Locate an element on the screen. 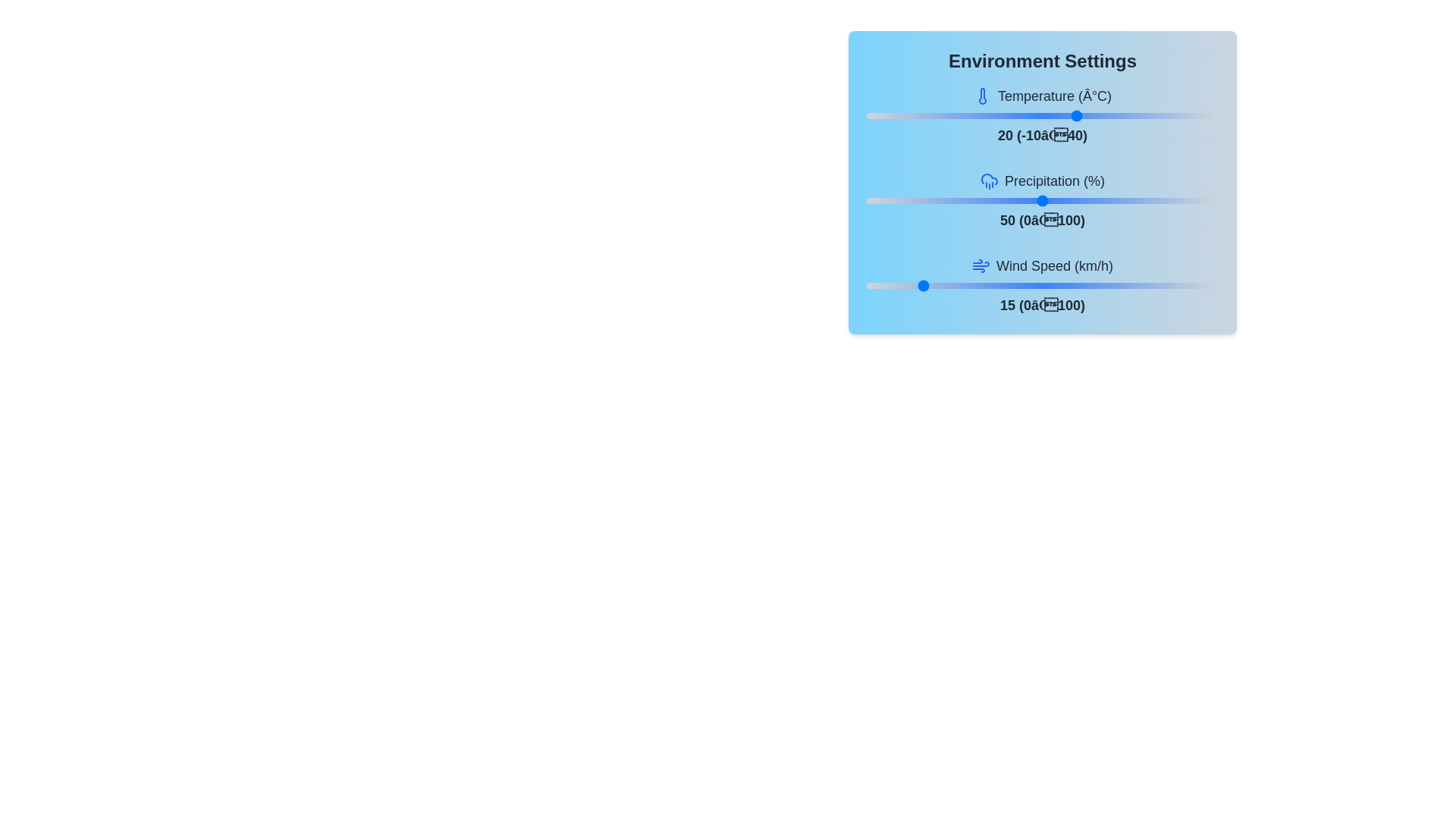  the temperature is located at coordinates (1120, 115).